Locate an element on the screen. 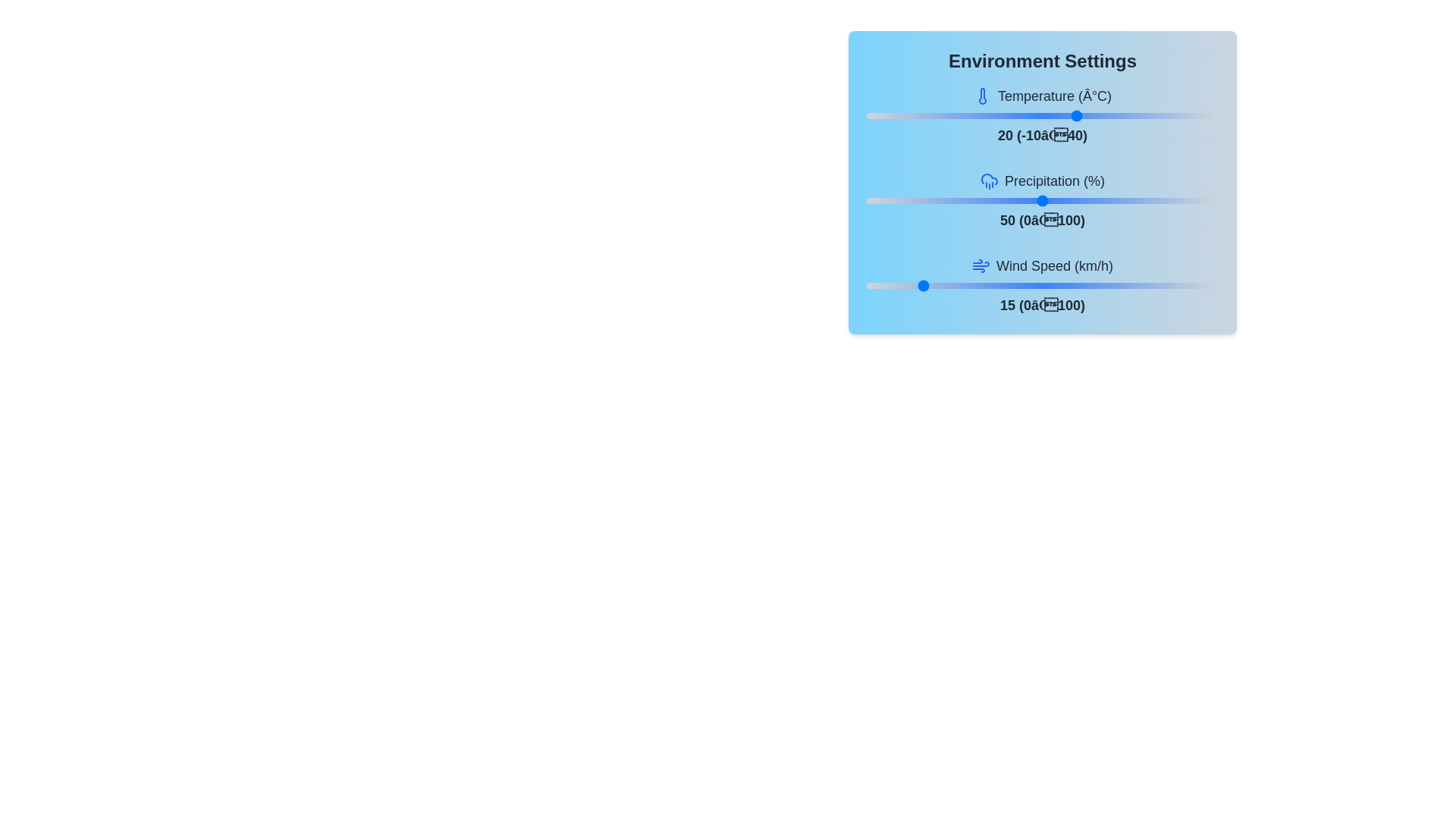  the temperature is located at coordinates (1120, 115).